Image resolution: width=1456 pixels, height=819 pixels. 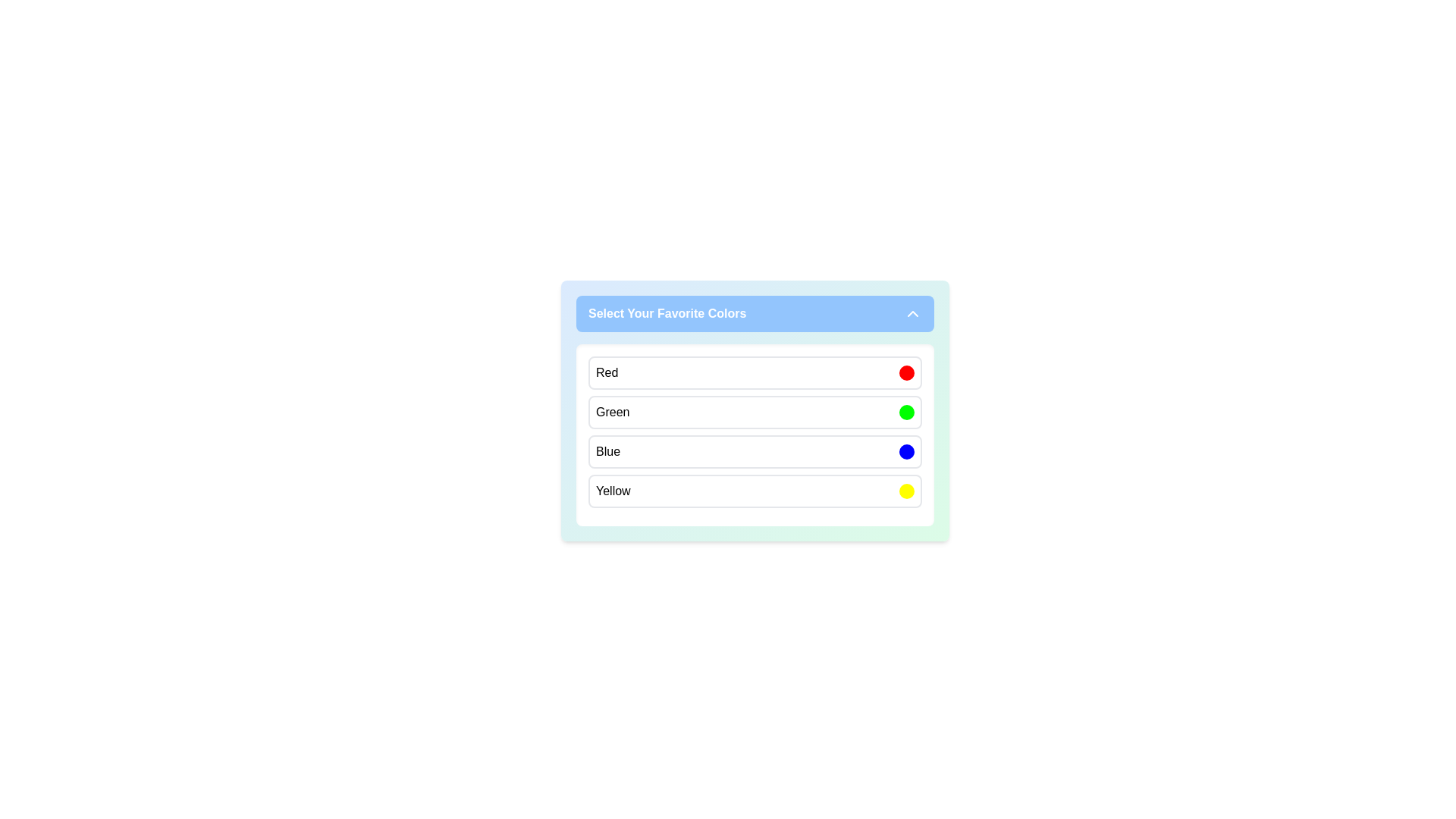 What do you see at coordinates (906, 451) in the screenshot?
I see `the color indicator representing the color blue, located at the end of the third row in the list of colored entries` at bounding box center [906, 451].